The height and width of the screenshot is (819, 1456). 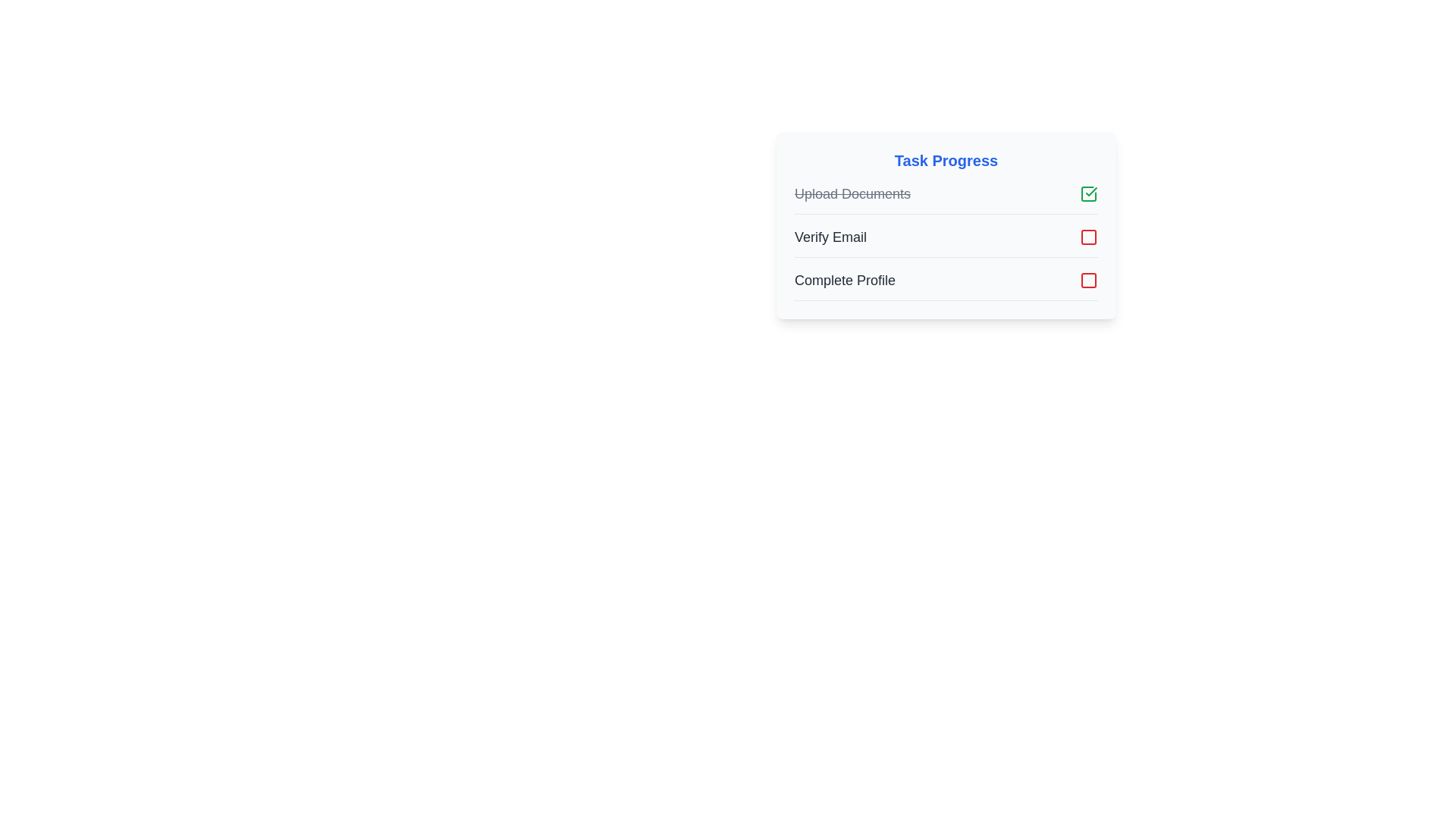 What do you see at coordinates (946, 198) in the screenshot?
I see `the completed task item labeled 'Upload Documents'` at bounding box center [946, 198].